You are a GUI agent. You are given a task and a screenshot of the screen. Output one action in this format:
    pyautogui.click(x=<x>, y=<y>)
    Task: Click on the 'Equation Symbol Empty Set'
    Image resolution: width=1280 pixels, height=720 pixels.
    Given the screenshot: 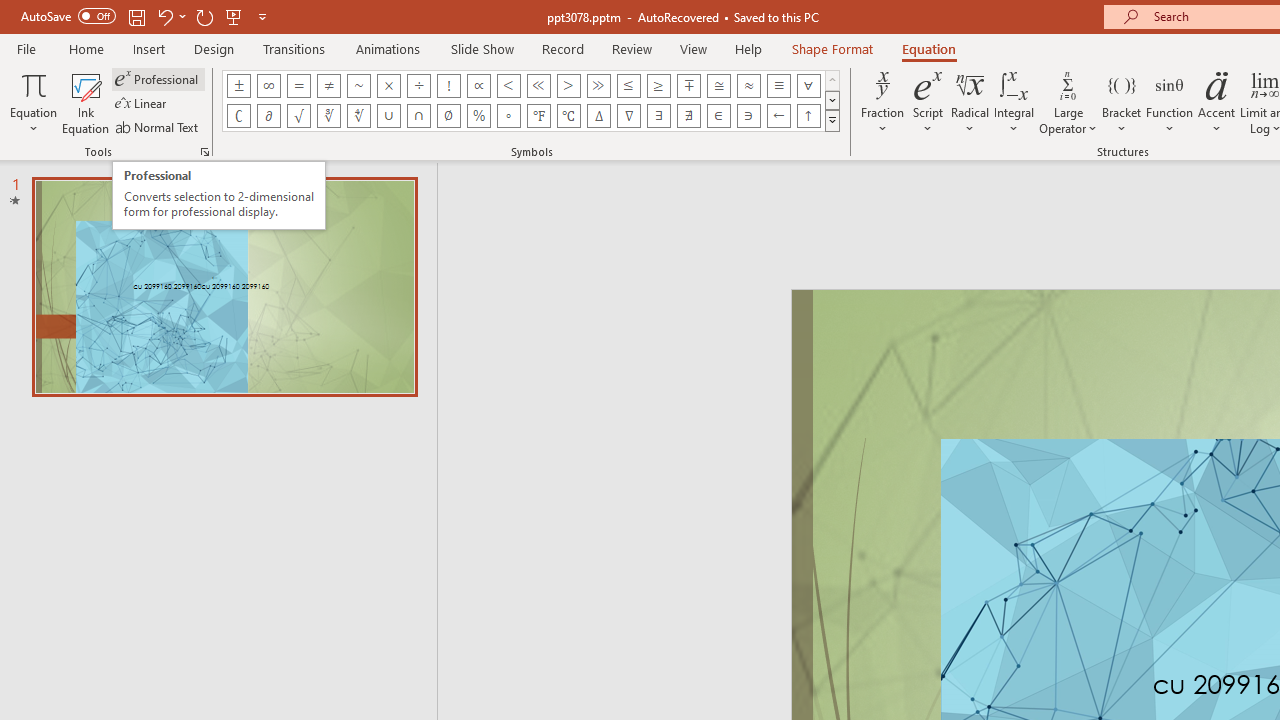 What is the action you would take?
    pyautogui.click(x=447, y=115)
    